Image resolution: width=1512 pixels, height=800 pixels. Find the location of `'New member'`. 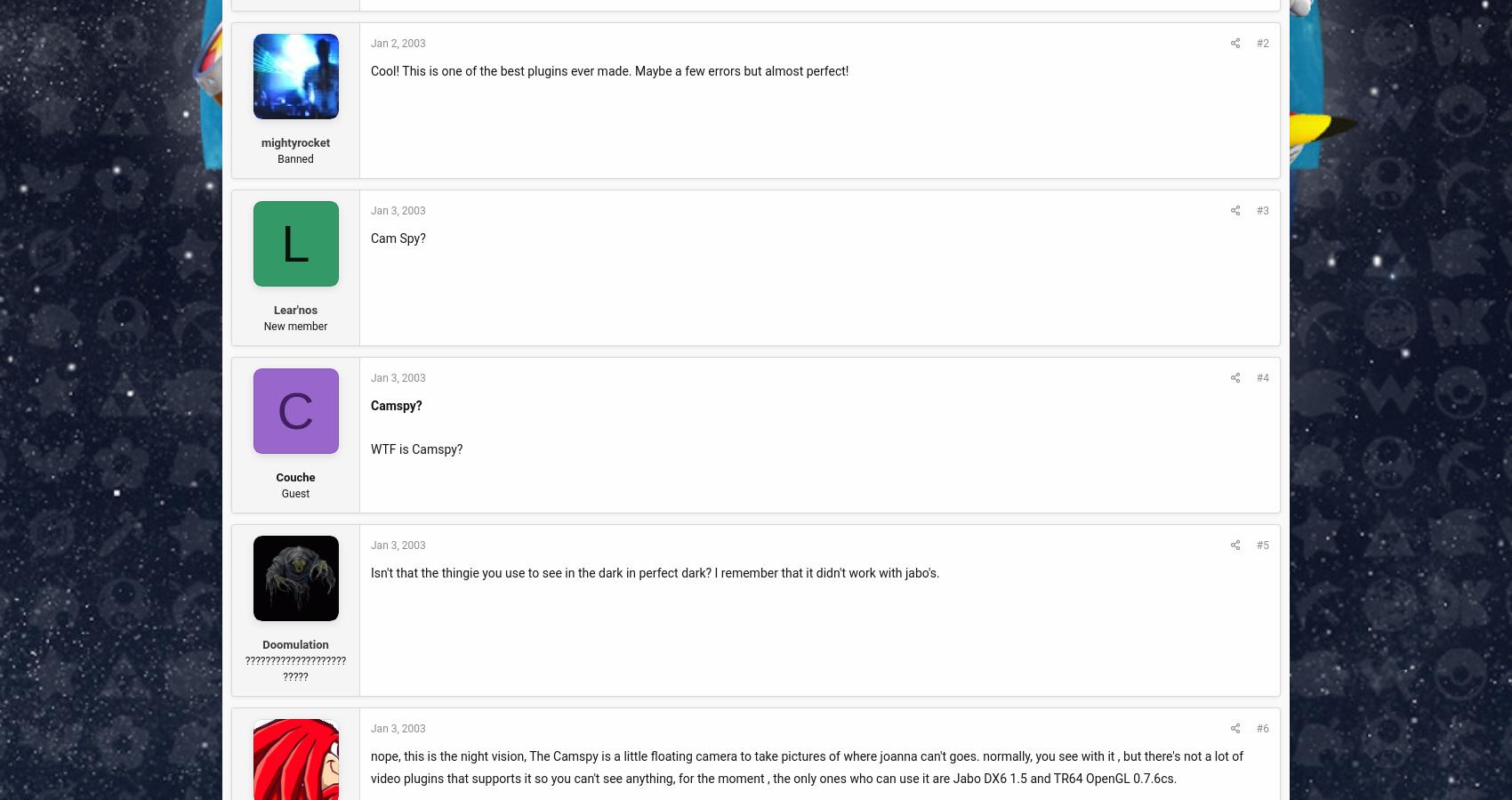

'New member' is located at coordinates (262, 325).